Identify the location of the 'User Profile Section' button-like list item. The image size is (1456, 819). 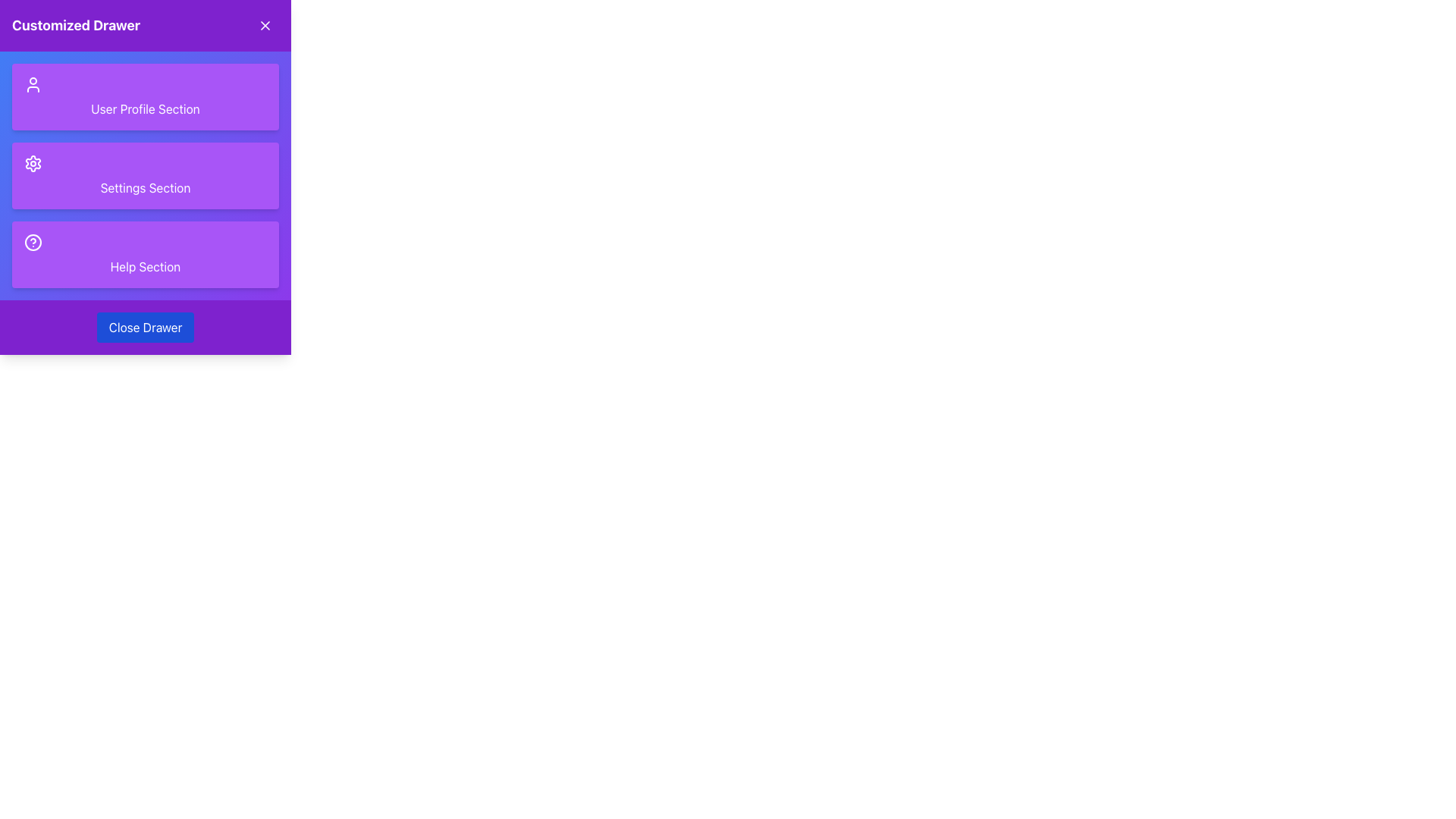
(146, 96).